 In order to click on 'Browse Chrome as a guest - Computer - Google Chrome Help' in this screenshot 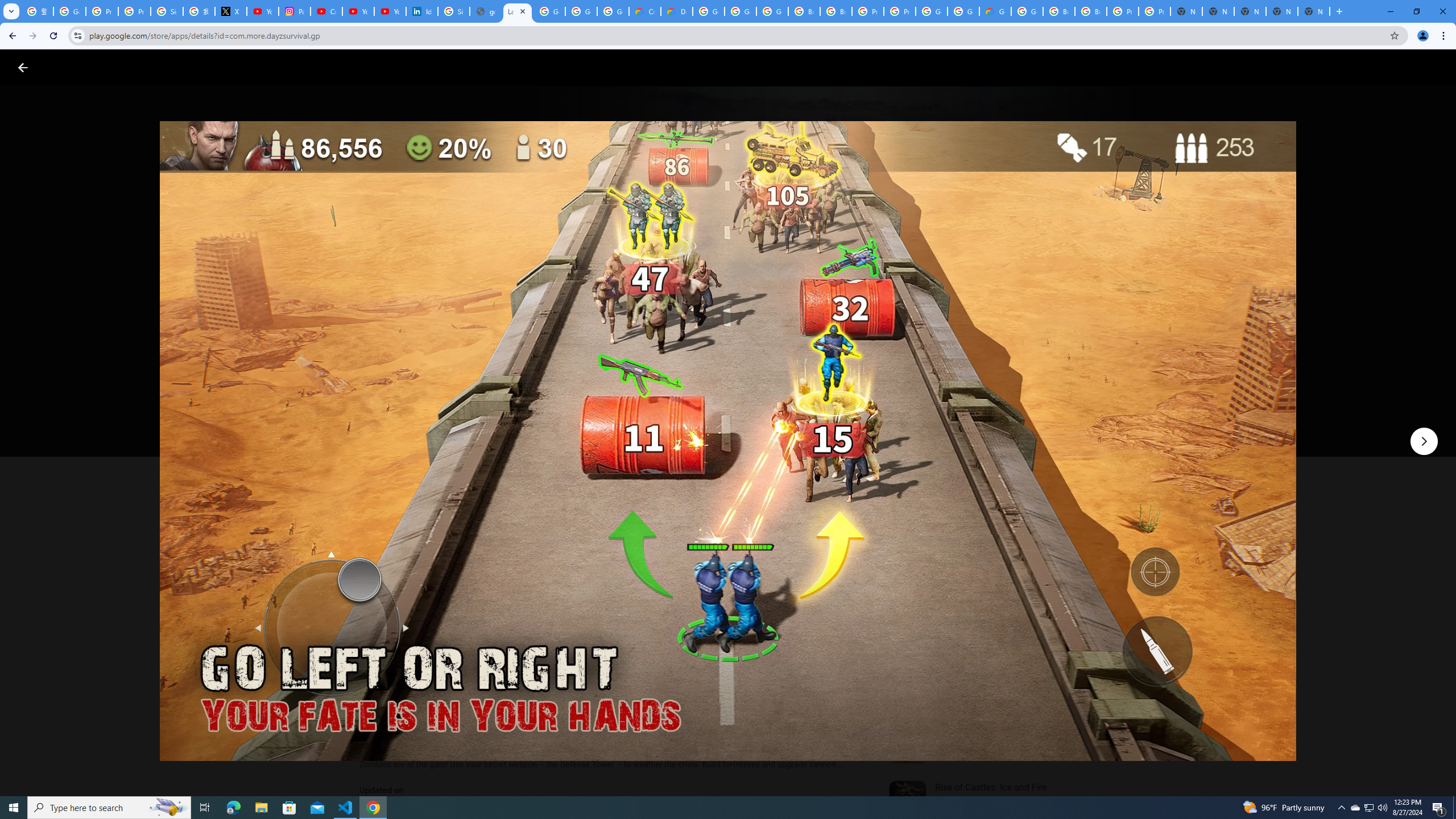, I will do `click(804, 11)`.